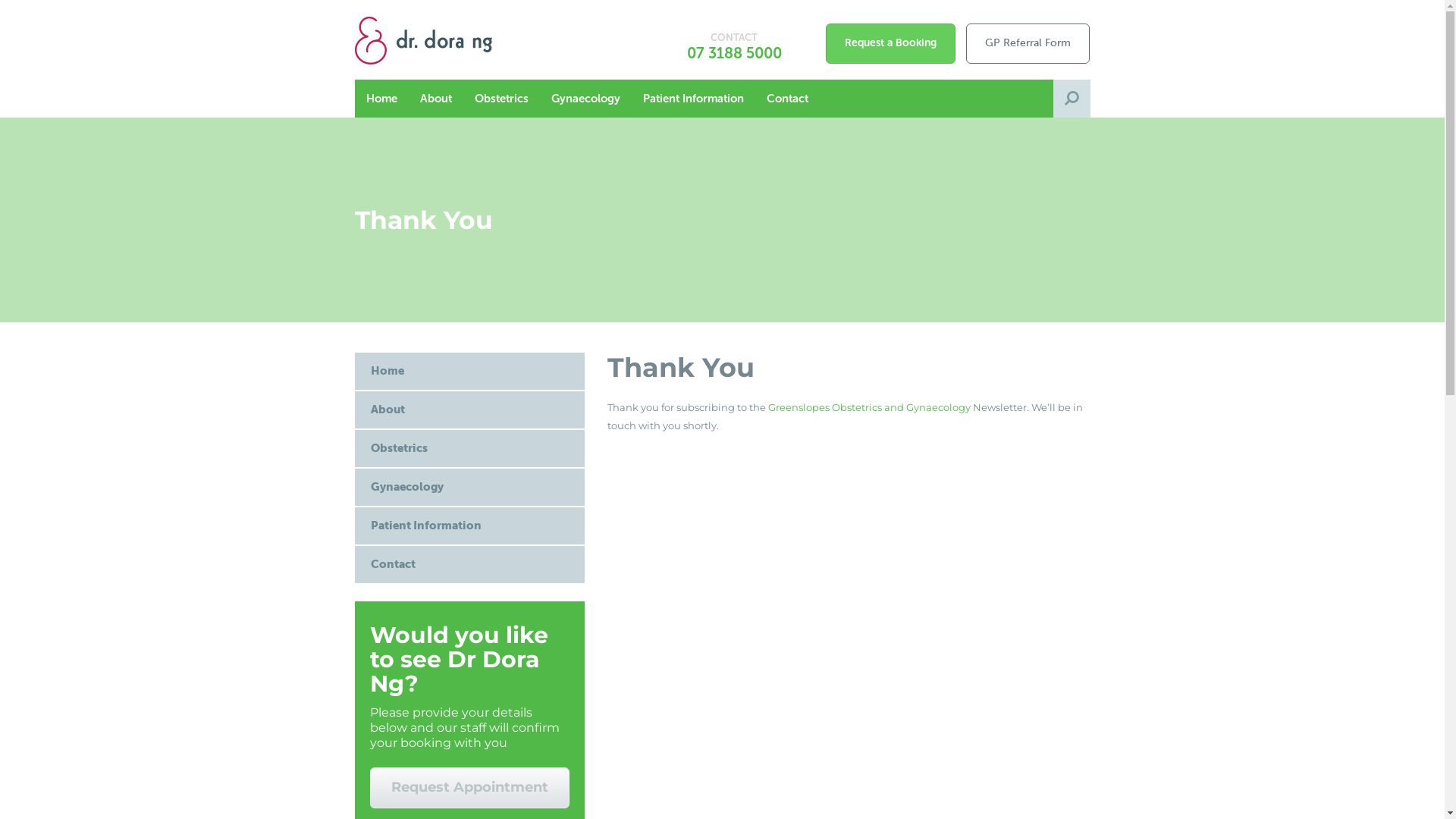 This screenshot has width=1456, height=819. What do you see at coordinates (469, 564) in the screenshot?
I see `'Contact'` at bounding box center [469, 564].